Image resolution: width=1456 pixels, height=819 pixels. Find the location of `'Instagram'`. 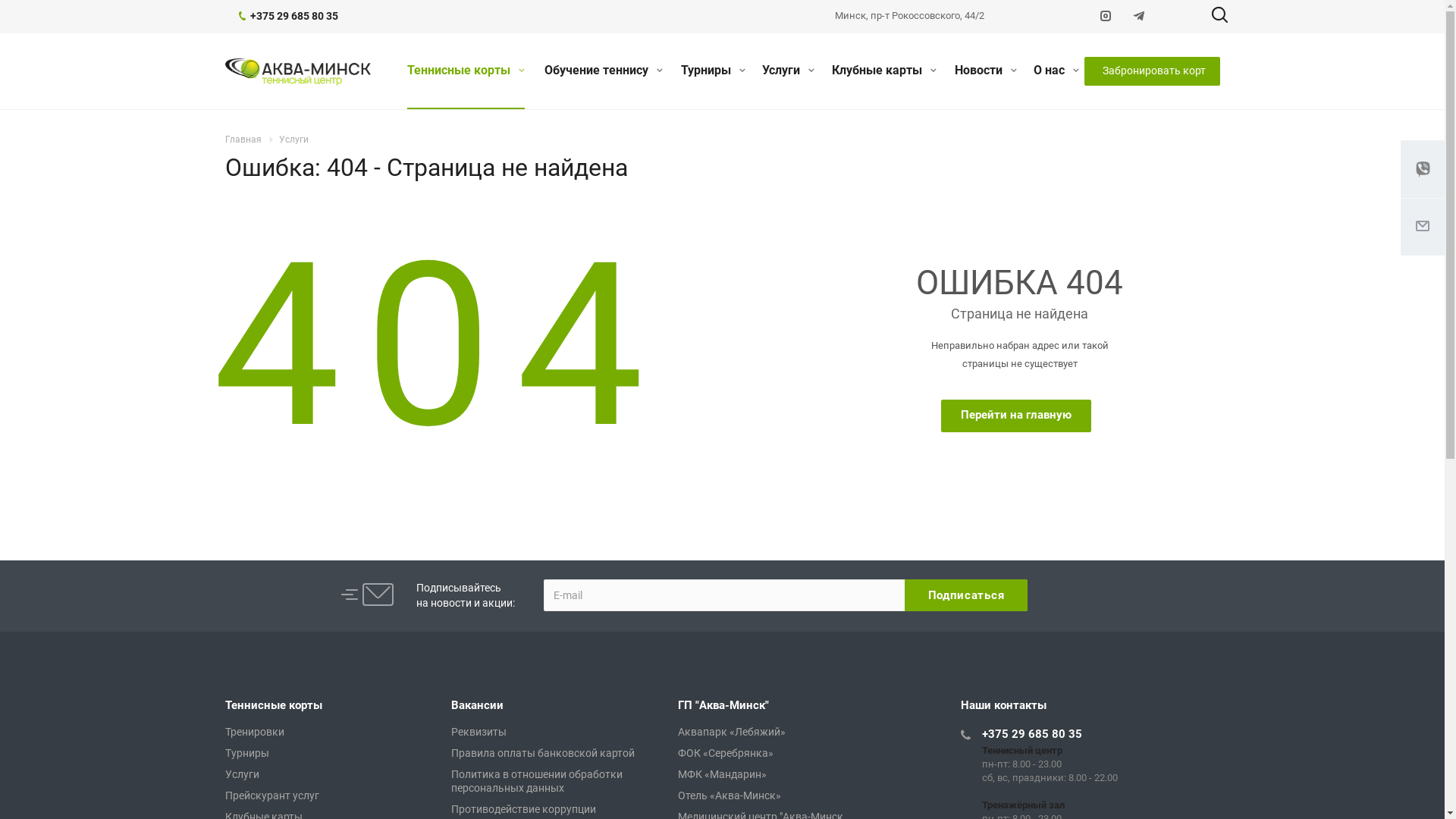

'Instagram' is located at coordinates (1106, 17).